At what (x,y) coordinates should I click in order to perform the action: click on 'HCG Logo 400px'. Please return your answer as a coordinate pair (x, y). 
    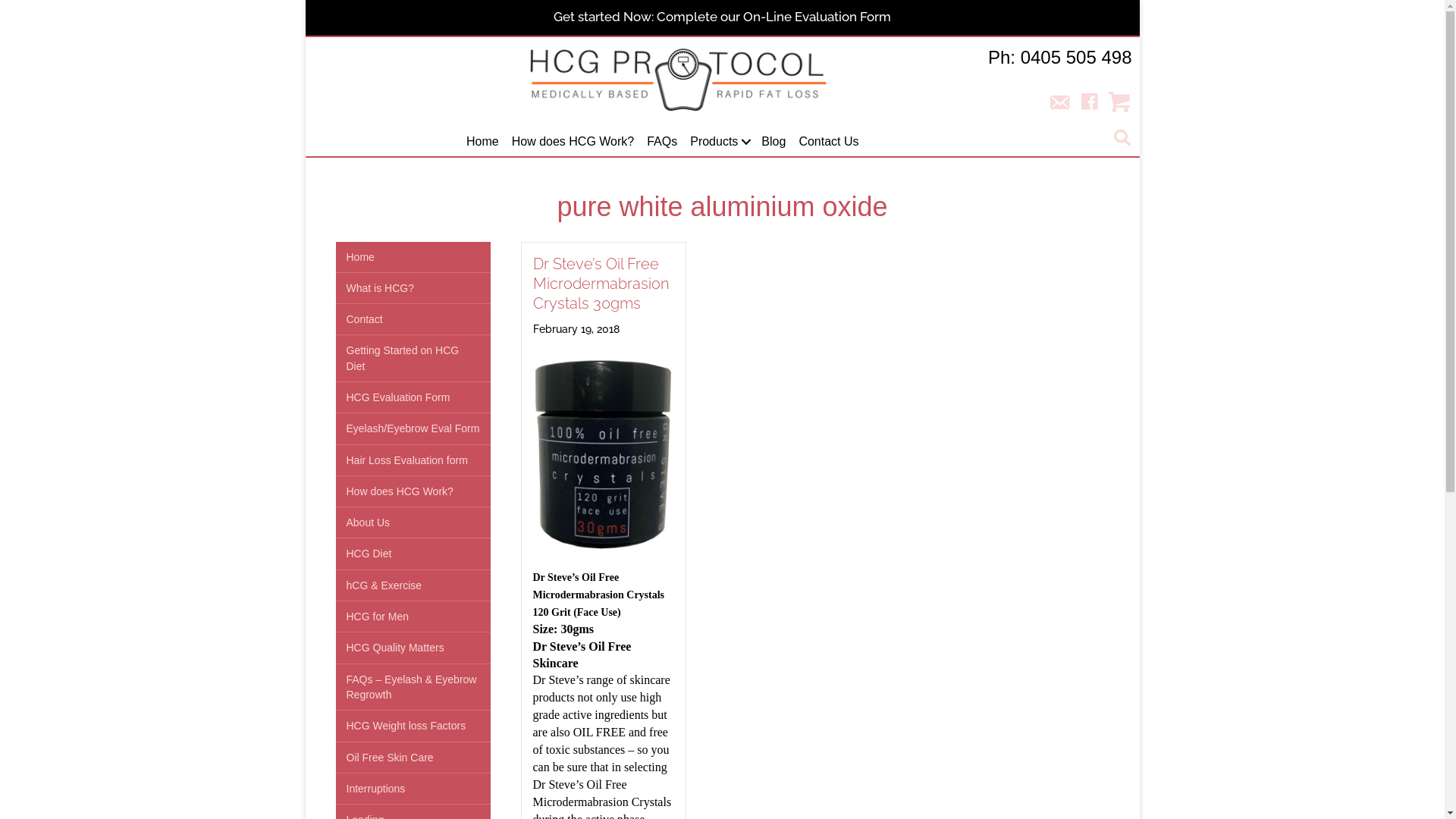
    Looking at the image, I should click on (676, 79).